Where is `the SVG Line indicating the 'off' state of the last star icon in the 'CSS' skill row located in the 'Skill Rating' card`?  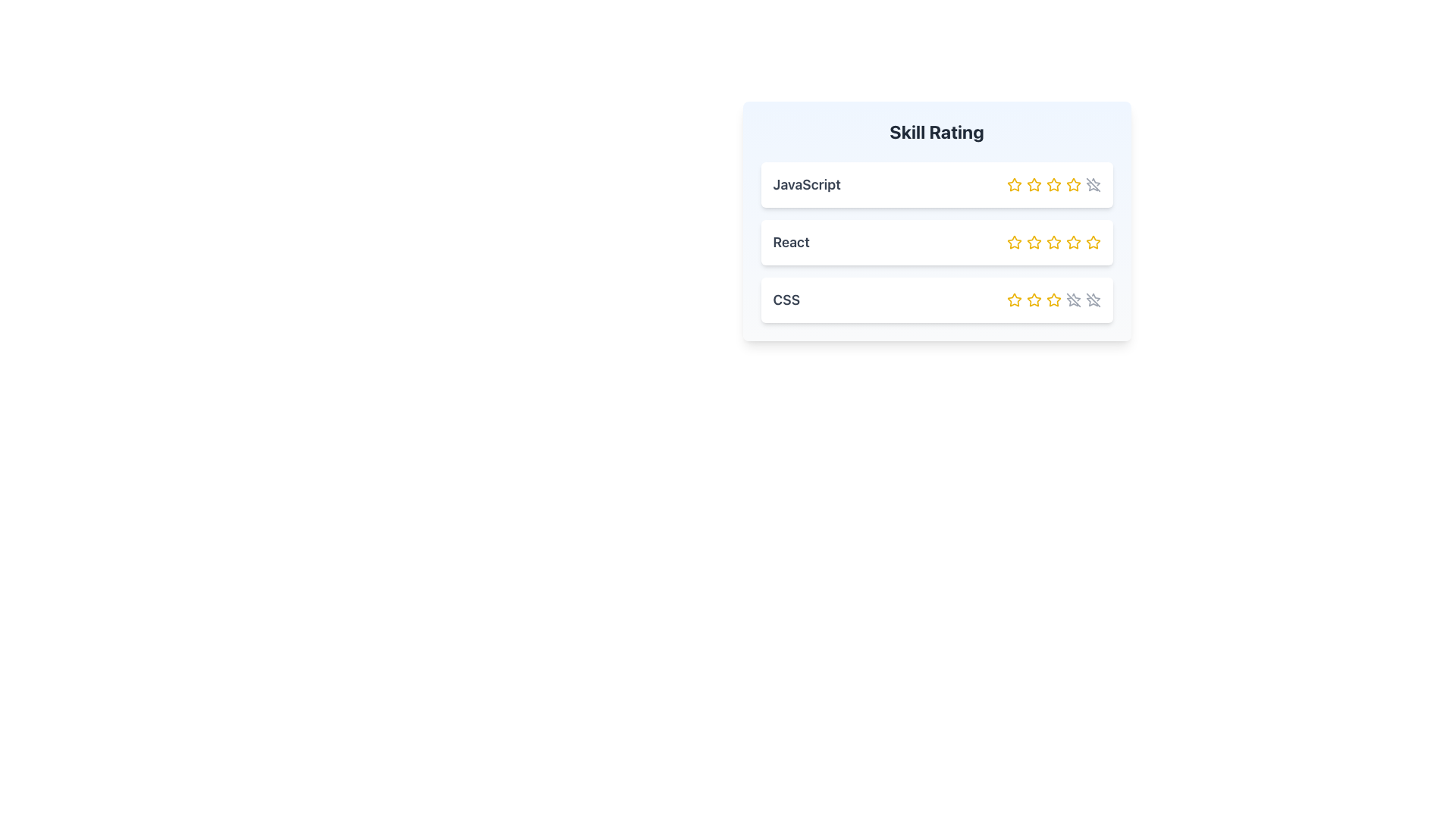 the SVG Line indicating the 'off' state of the last star icon in the 'CSS' skill row located in the 'Skill Rating' card is located at coordinates (1072, 300).